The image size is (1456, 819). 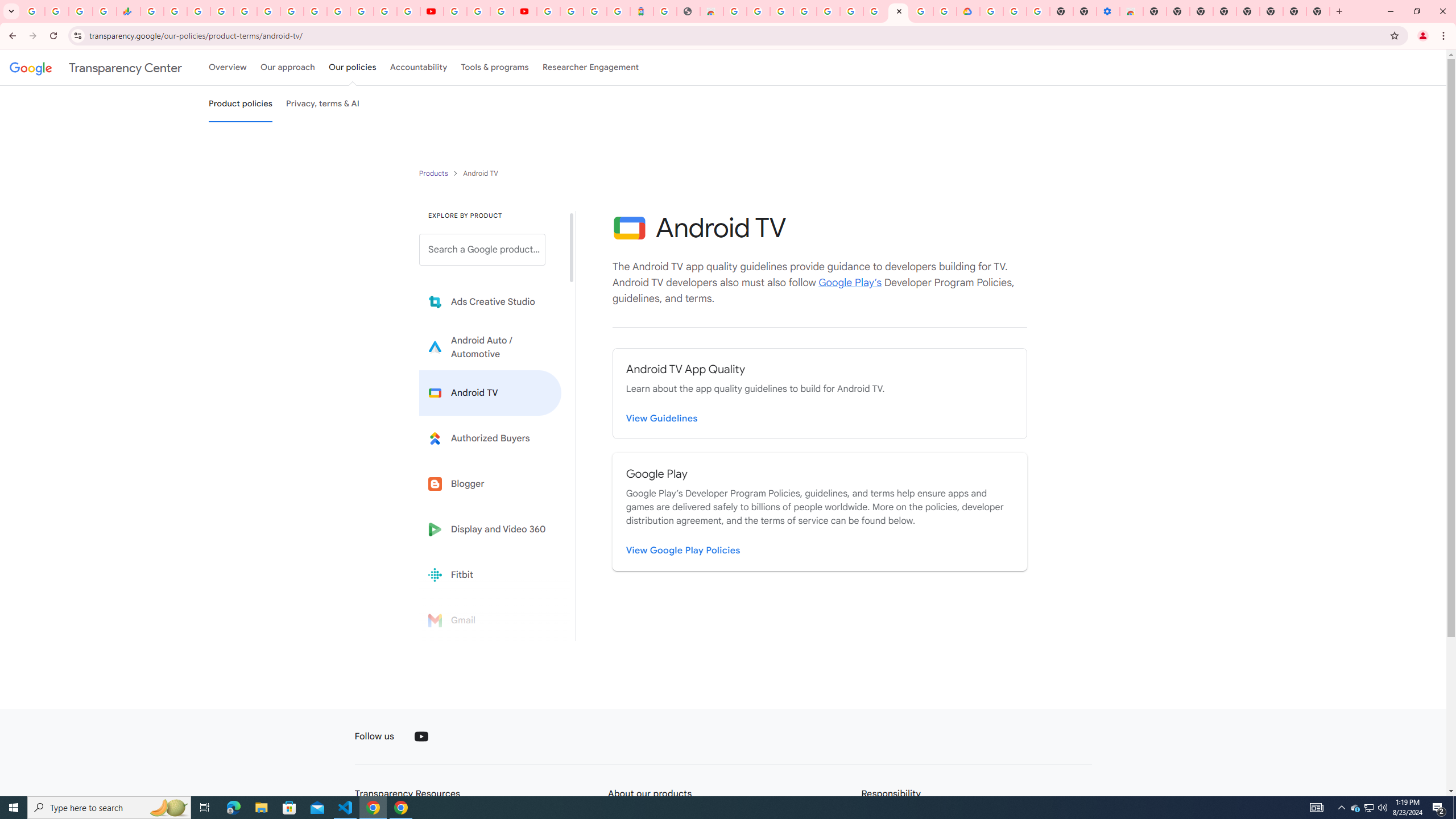 I want to click on 'Blogger', so click(x=490, y=483).